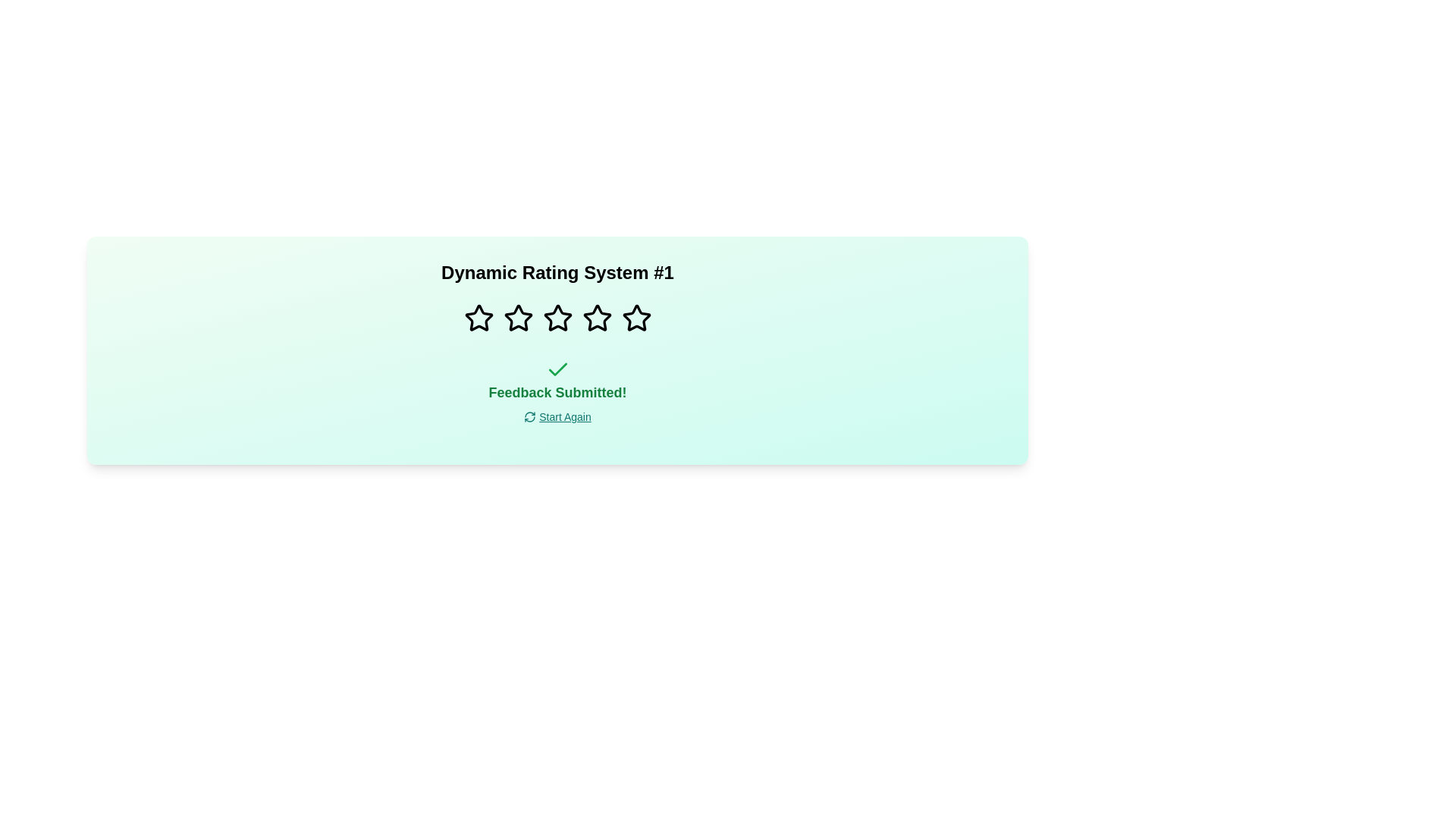 This screenshot has width=1456, height=819. I want to click on the first star in the horizontal row of five stars to rate it, so click(478, 317).